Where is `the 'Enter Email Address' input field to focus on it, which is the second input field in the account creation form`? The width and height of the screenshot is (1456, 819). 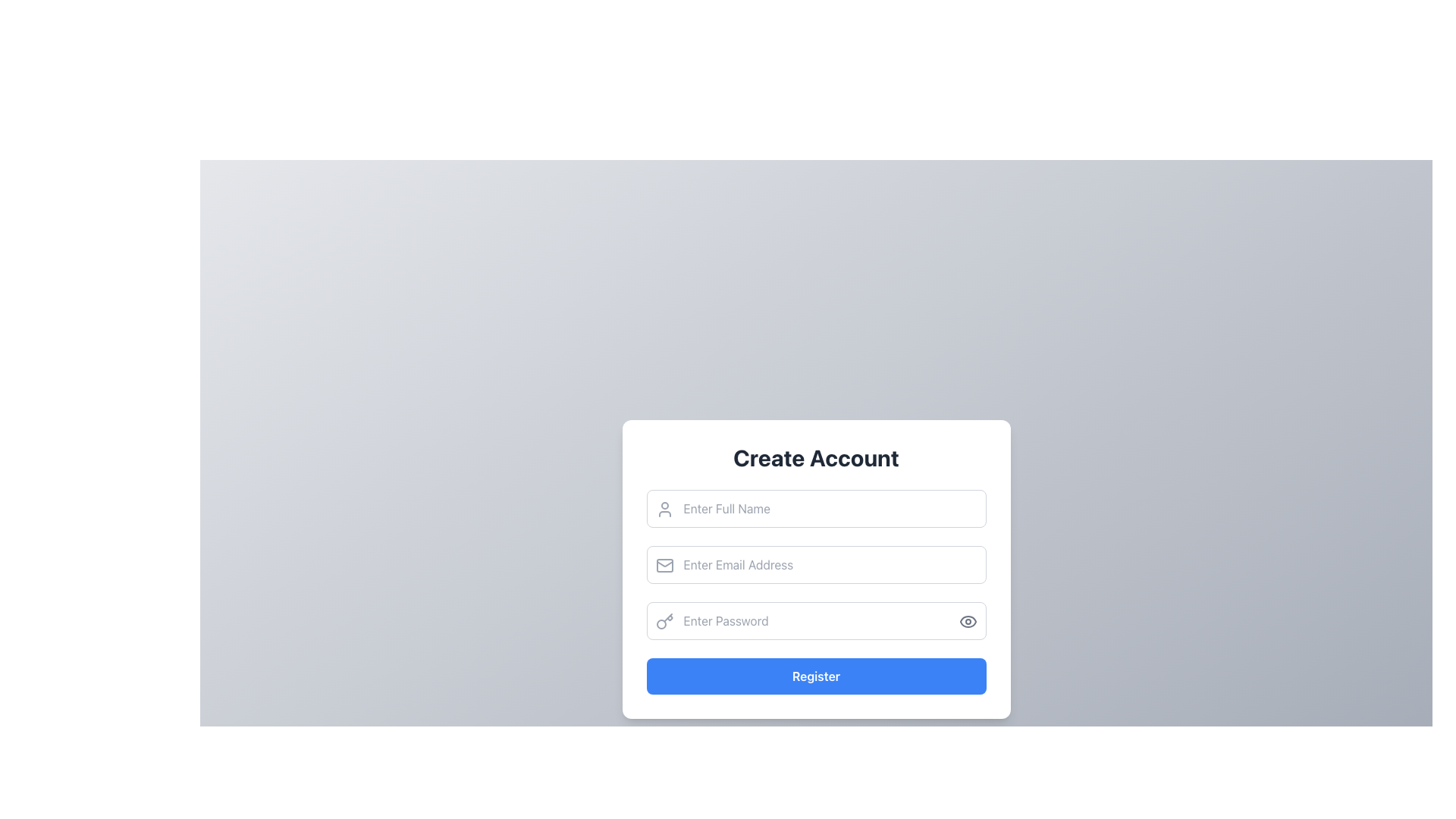 the 'Enter Email Address' input field to focus on it, which is the second input field in the account creation form is located at coordinates (815, 570).